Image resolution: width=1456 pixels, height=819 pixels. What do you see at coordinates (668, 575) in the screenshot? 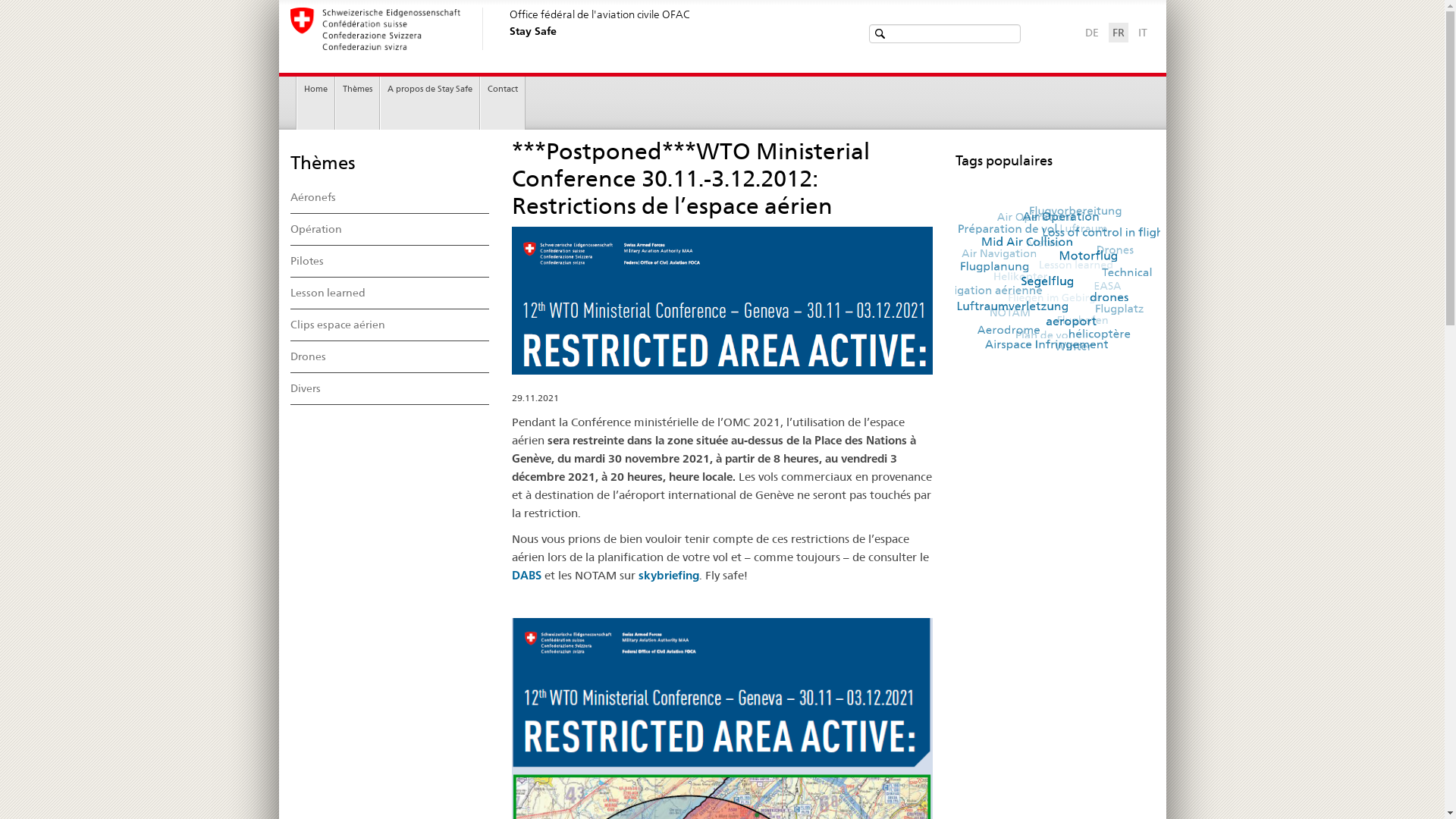
I see `'skybriefing'` at bounding box center [668, 575].